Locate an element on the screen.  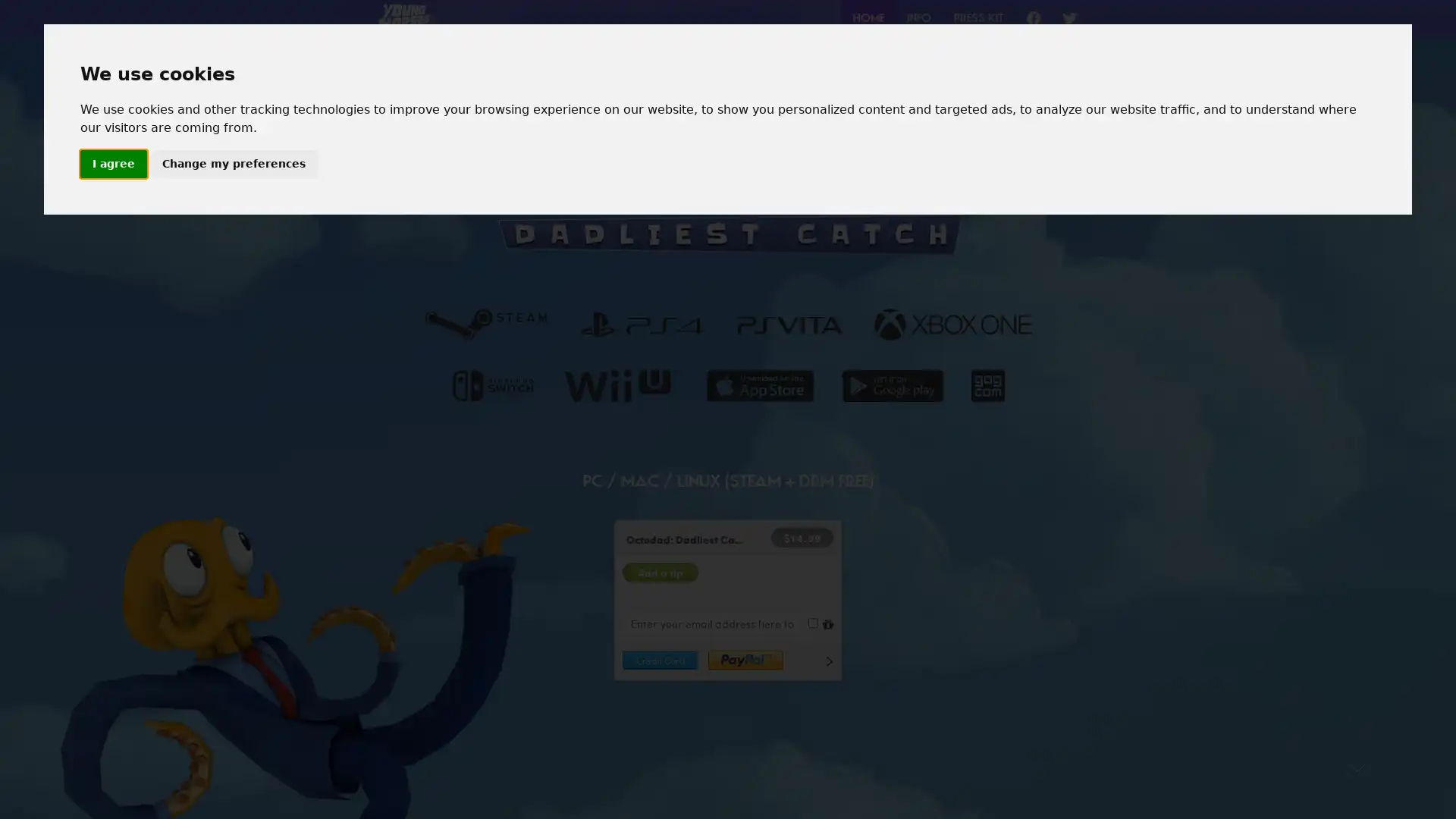
Change my preferences is located at coordinates (232, 164).